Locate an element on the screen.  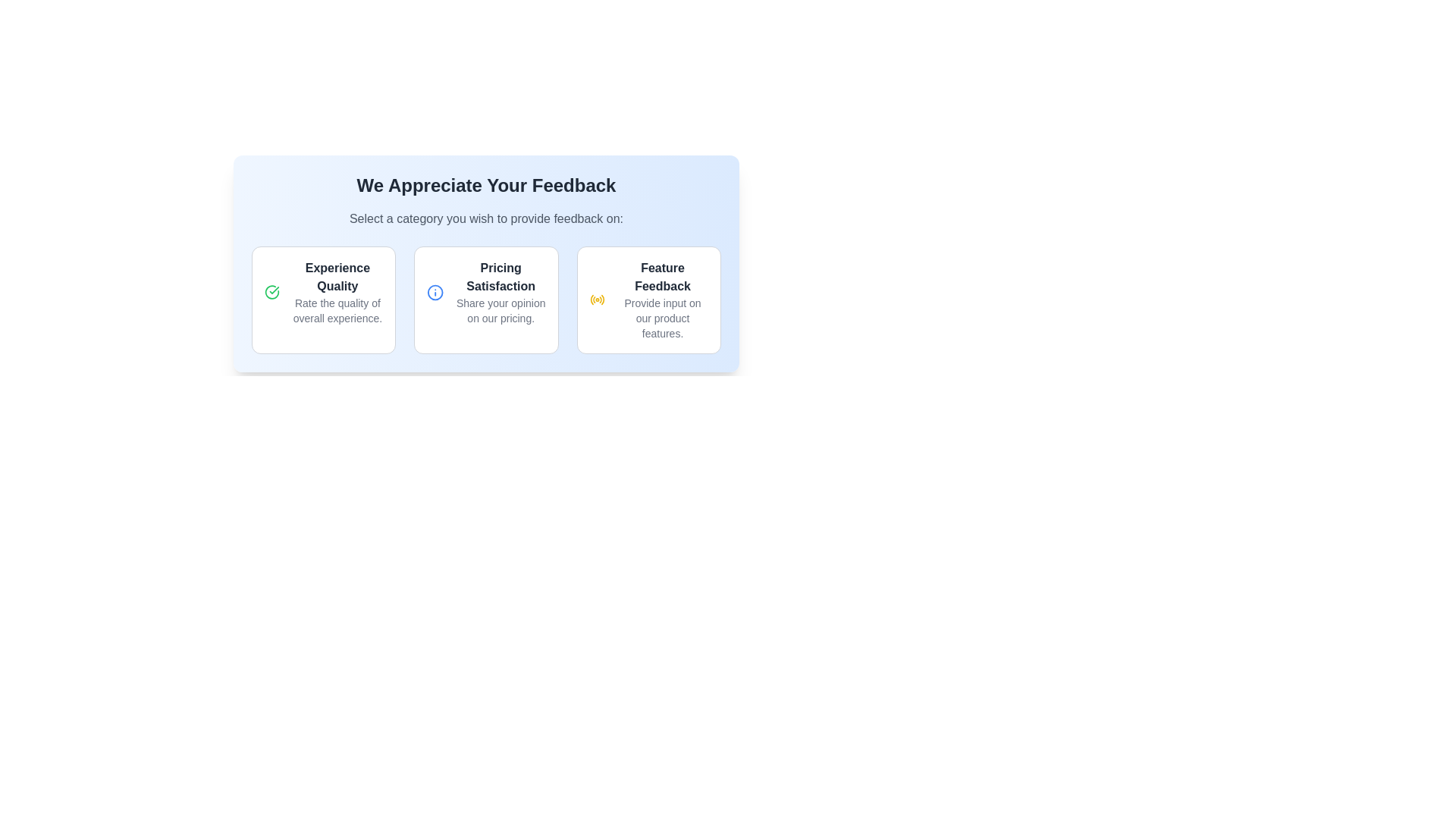
the 'Feature Feedback' icon that serves as a visual representation for the selection or highlight feature, located is located at coordinates (596, 300).